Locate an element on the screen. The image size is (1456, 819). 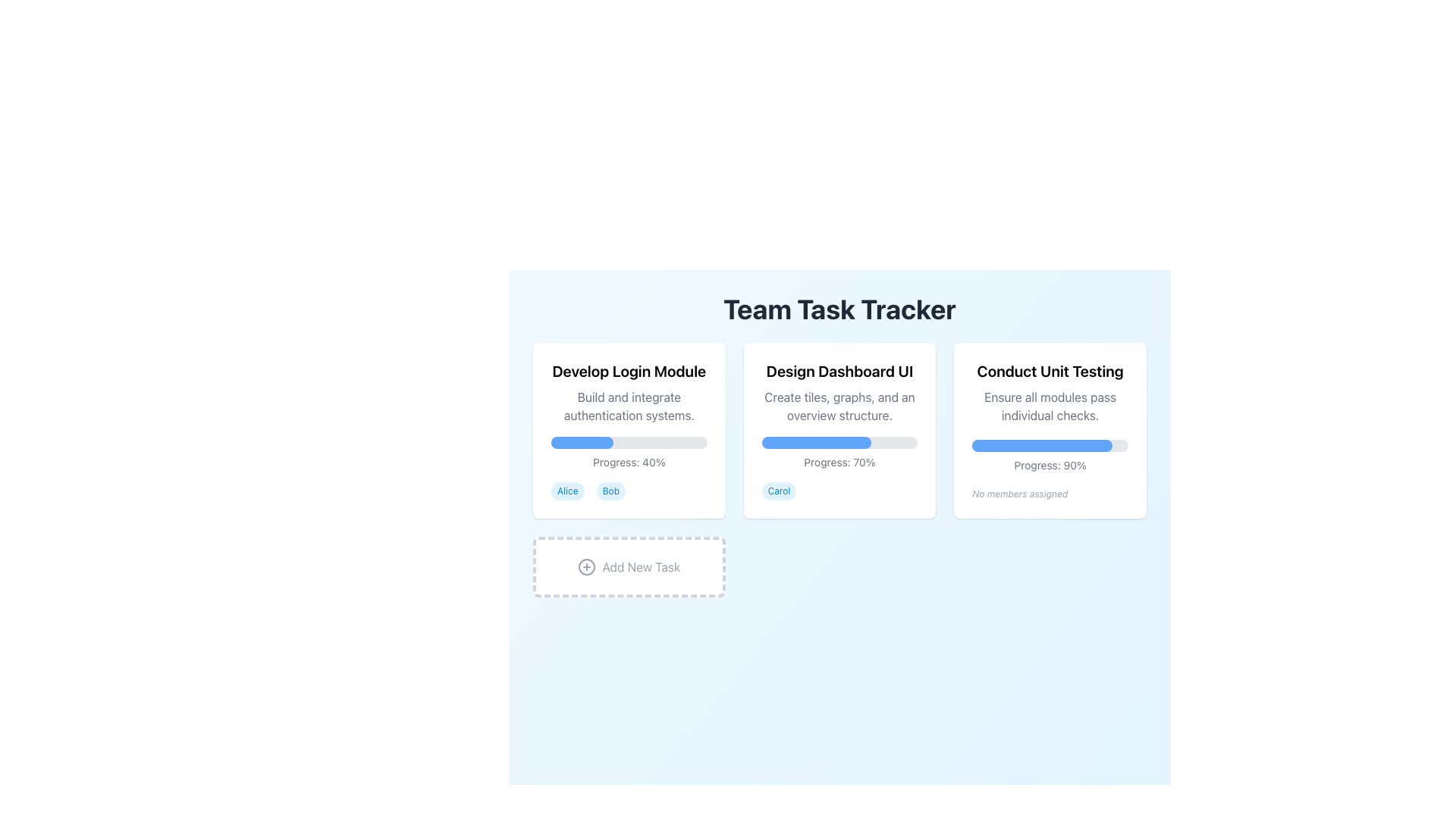
informational text block located at the top of the first card in the 'Team Task Tracker' interface, which provides the task title and description is located at coordinates (629, 397).